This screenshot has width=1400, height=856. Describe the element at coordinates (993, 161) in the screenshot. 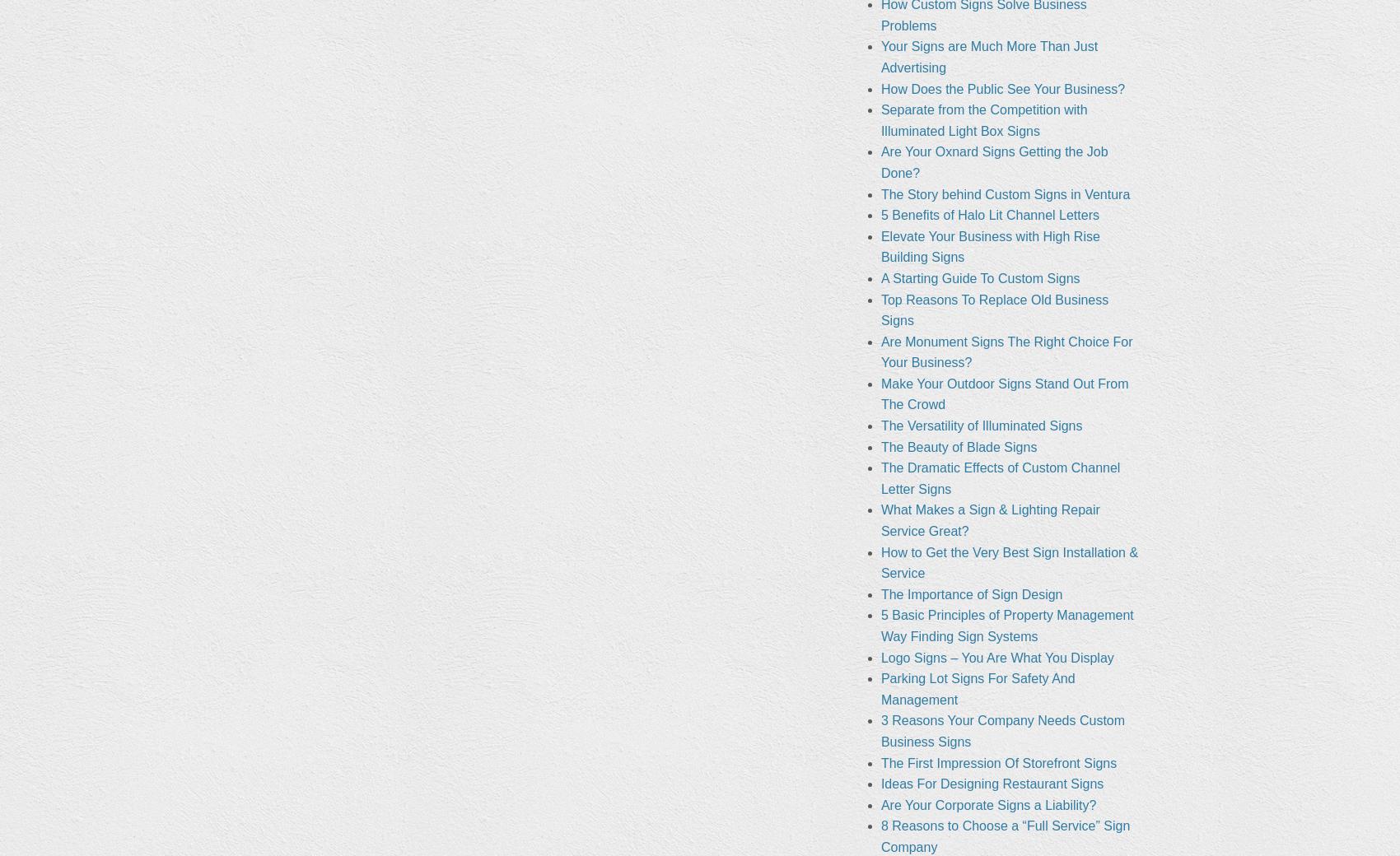

I see `'Are Your Oxnard Signs Getting the Job Done?'` at that location.